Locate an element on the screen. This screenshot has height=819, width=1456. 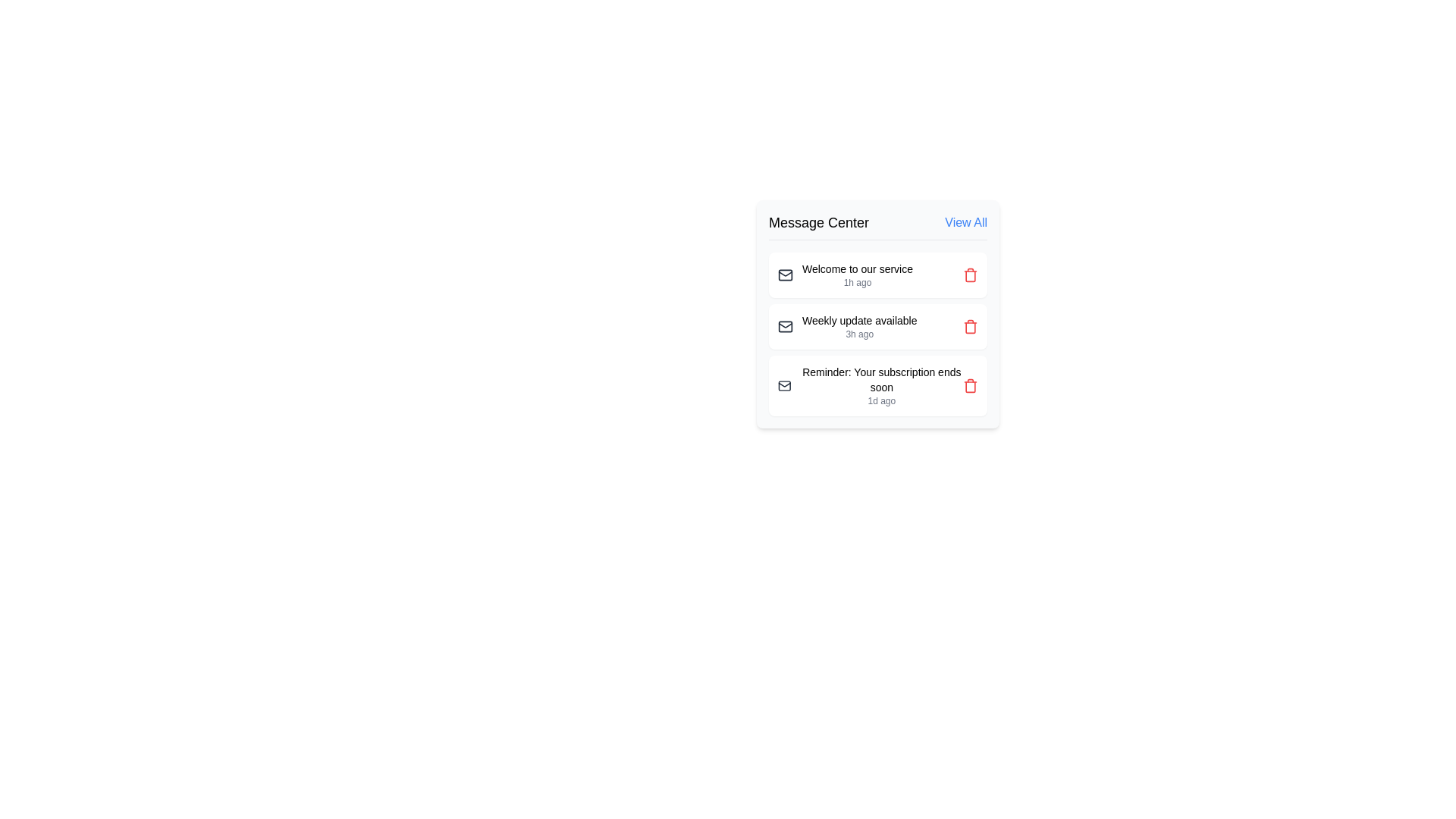
the envelope icon of the second message item in the Message Center to preview the message is located at coordinates (877, 326).